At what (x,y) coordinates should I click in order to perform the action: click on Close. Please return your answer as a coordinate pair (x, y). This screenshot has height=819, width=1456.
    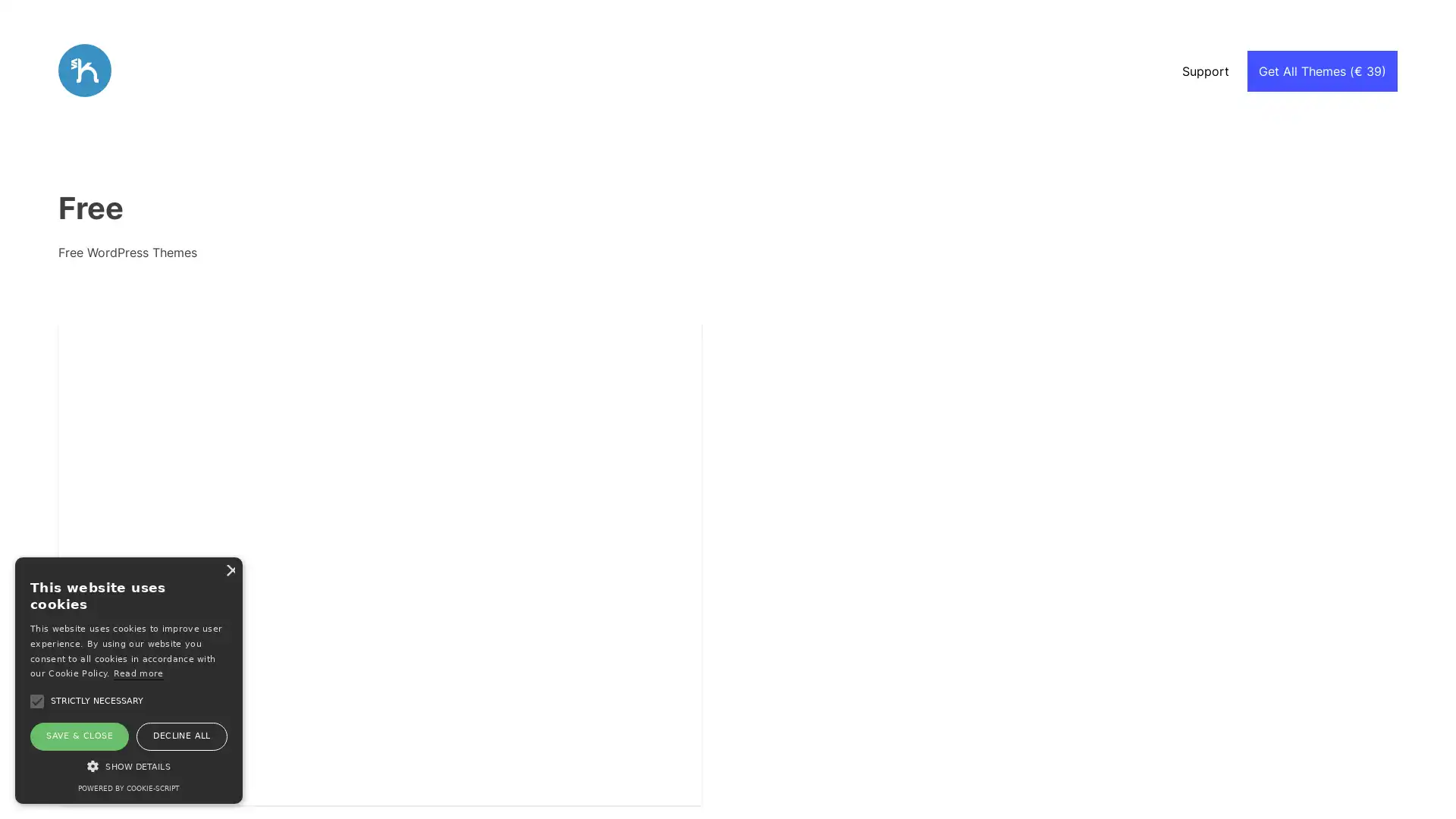
    Looking at the image, I should click on (228, 570).